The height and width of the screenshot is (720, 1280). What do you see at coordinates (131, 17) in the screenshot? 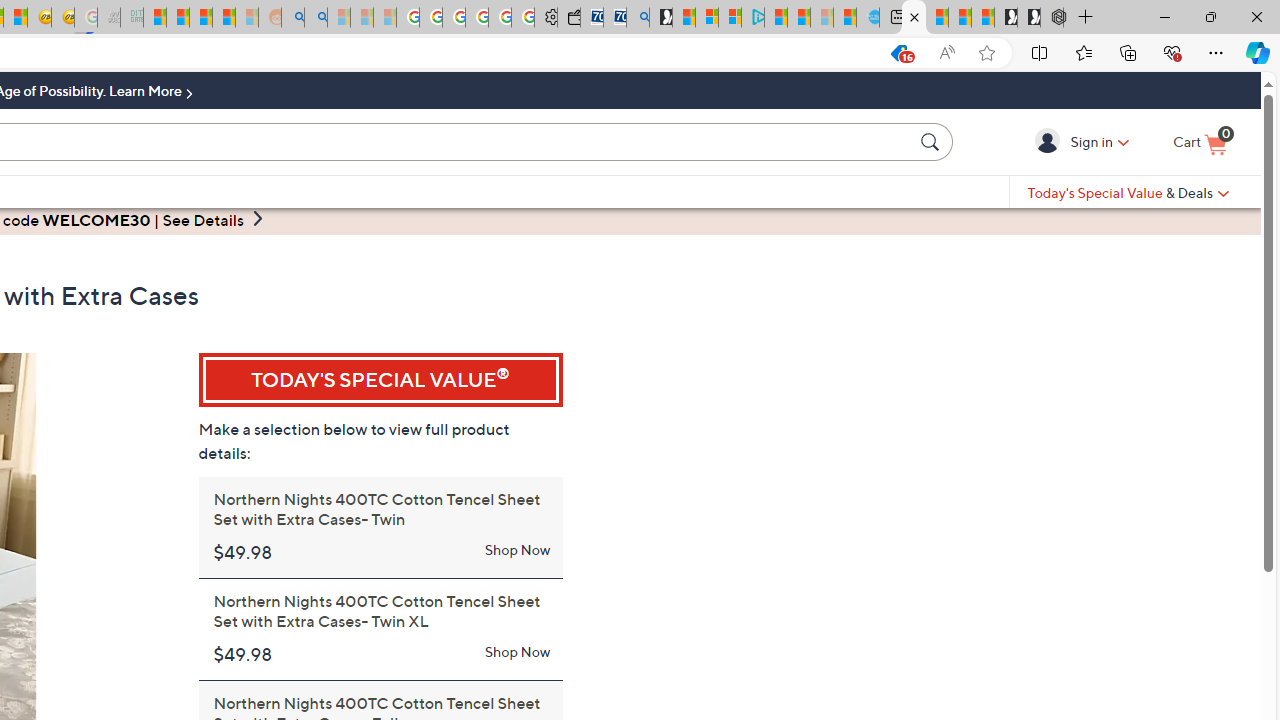
I see `'DITOGAMES AG Imprint - Sleeping'` at bounding box center [131, 17].